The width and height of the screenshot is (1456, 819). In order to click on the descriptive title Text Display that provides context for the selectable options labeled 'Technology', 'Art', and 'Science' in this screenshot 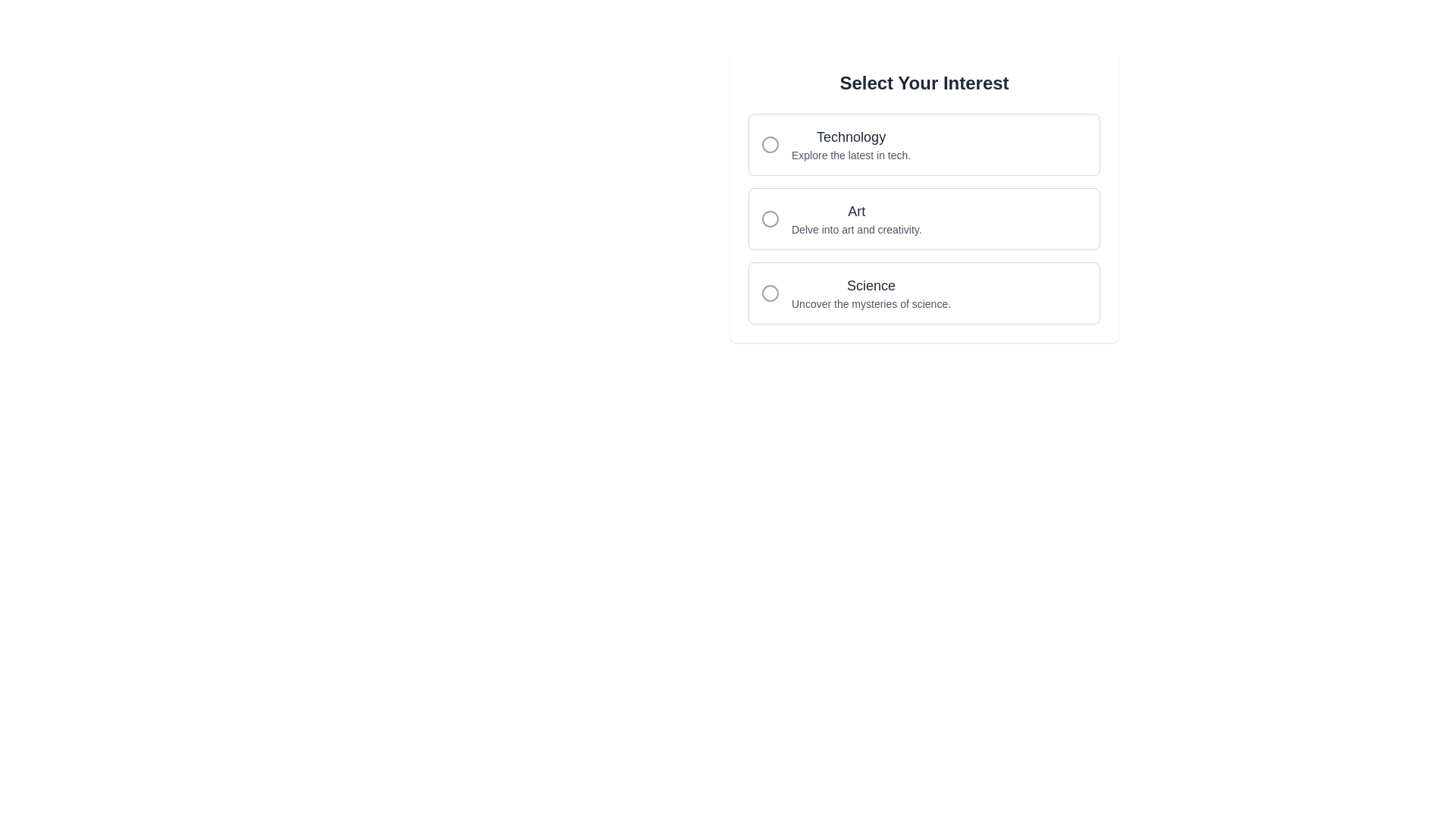, I will do `click(924, 83)`.